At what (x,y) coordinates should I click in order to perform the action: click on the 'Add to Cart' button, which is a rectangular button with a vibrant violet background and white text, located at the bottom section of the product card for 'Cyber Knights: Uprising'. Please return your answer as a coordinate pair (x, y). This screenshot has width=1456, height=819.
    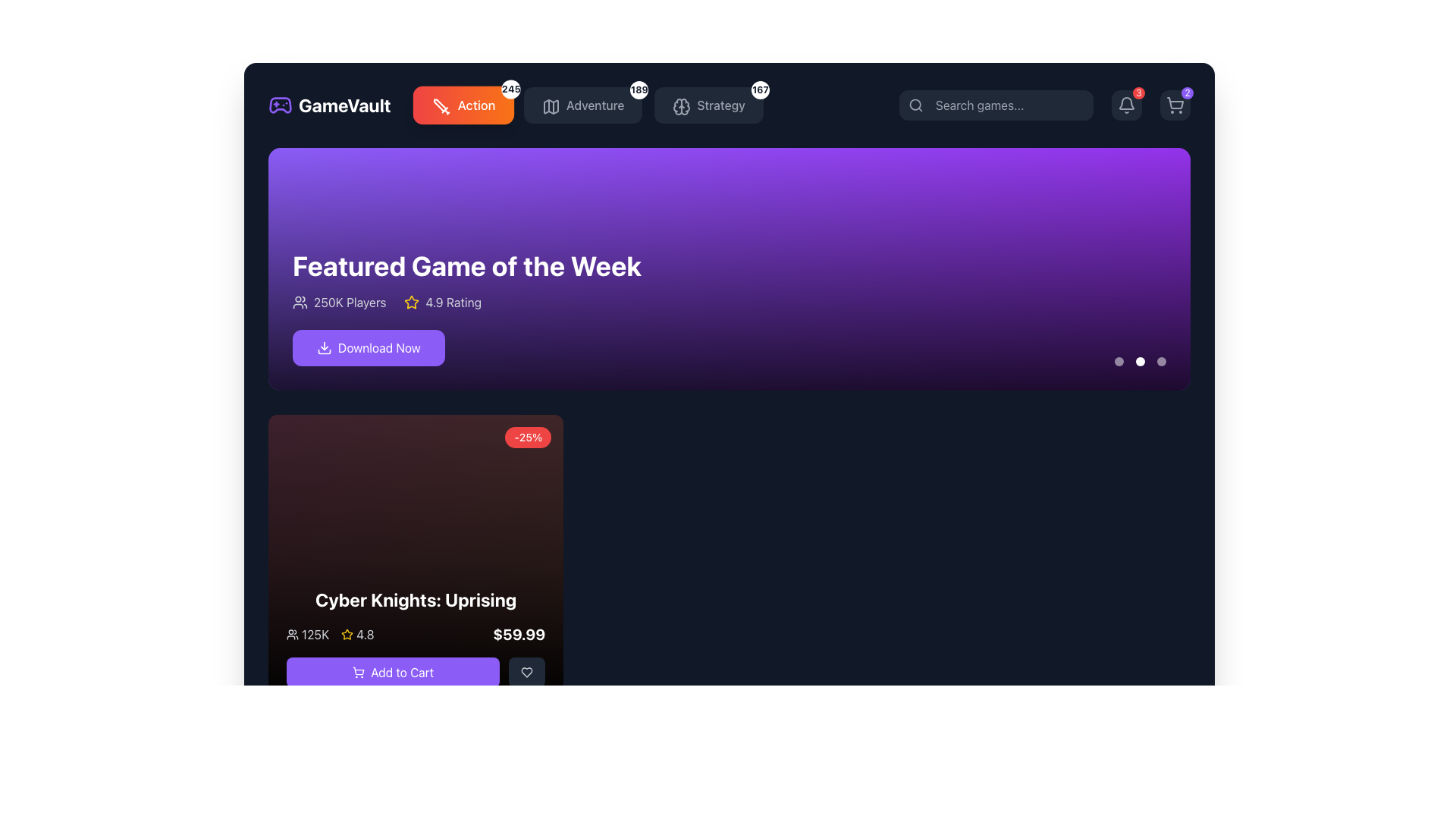
    Looking at the image, I should click on (416, 672).